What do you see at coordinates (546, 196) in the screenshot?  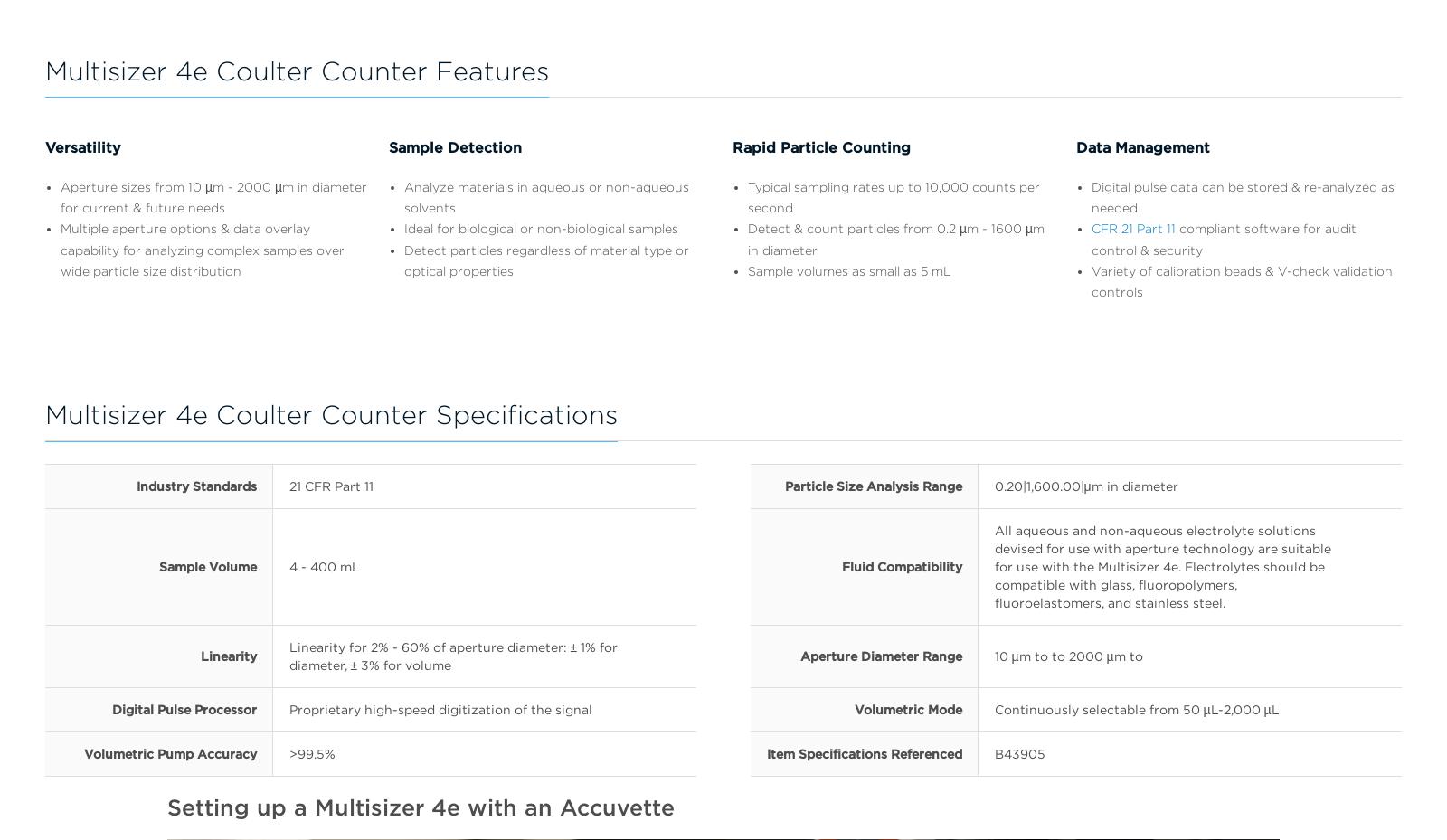 I see `'Analyze materials in aqueous or non-aqueous solvents'` at bounding box center [546, 196].